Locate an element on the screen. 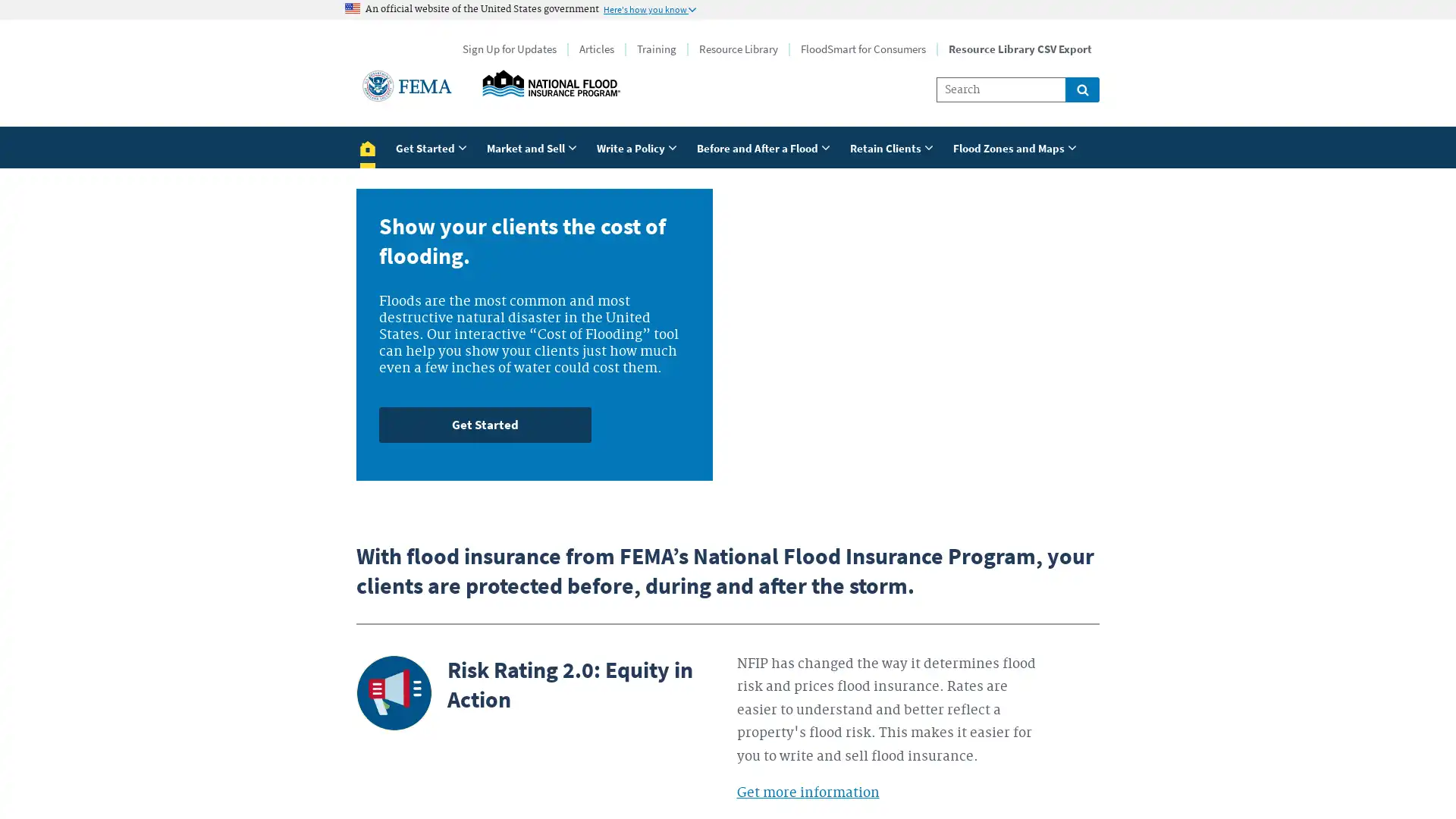 This screenshot has width=1456, height=819. Here's how you know is located at coordinates (650, 8).